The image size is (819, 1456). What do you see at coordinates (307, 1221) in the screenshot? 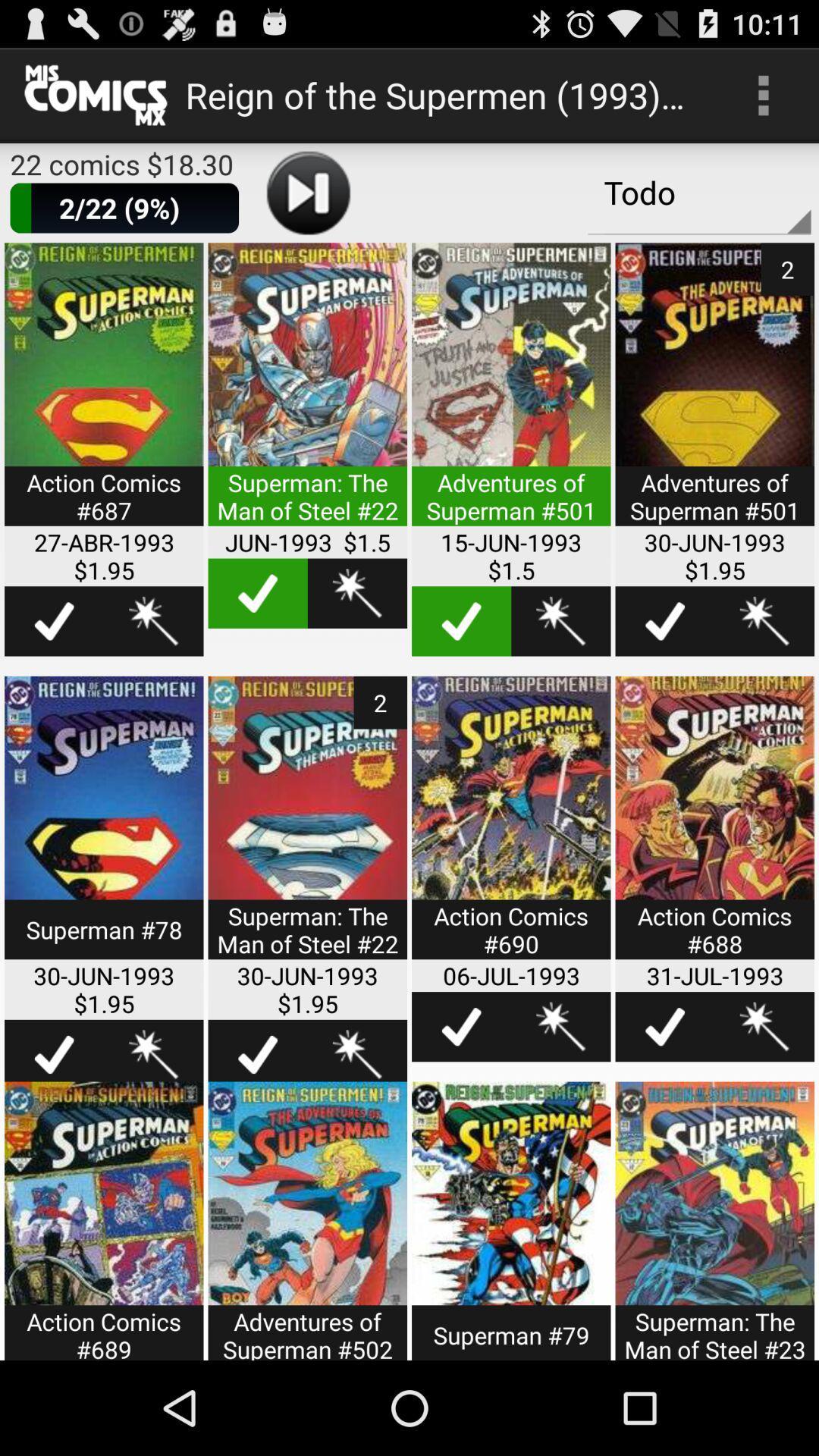
I see `comicbook` at bounding box center [307, 1221].